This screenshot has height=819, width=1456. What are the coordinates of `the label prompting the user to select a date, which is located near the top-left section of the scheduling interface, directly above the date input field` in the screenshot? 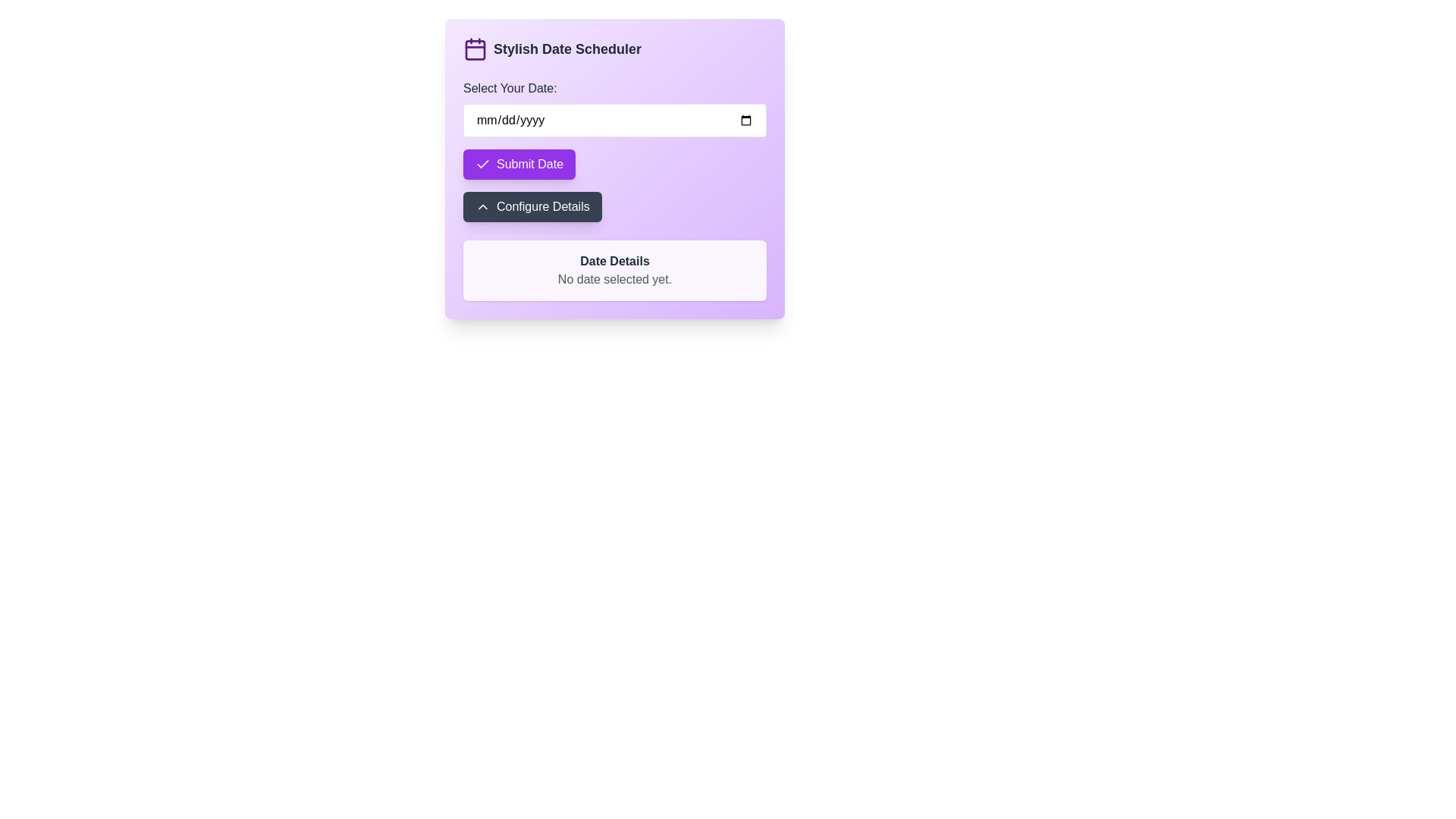 It's located at (510, 88).